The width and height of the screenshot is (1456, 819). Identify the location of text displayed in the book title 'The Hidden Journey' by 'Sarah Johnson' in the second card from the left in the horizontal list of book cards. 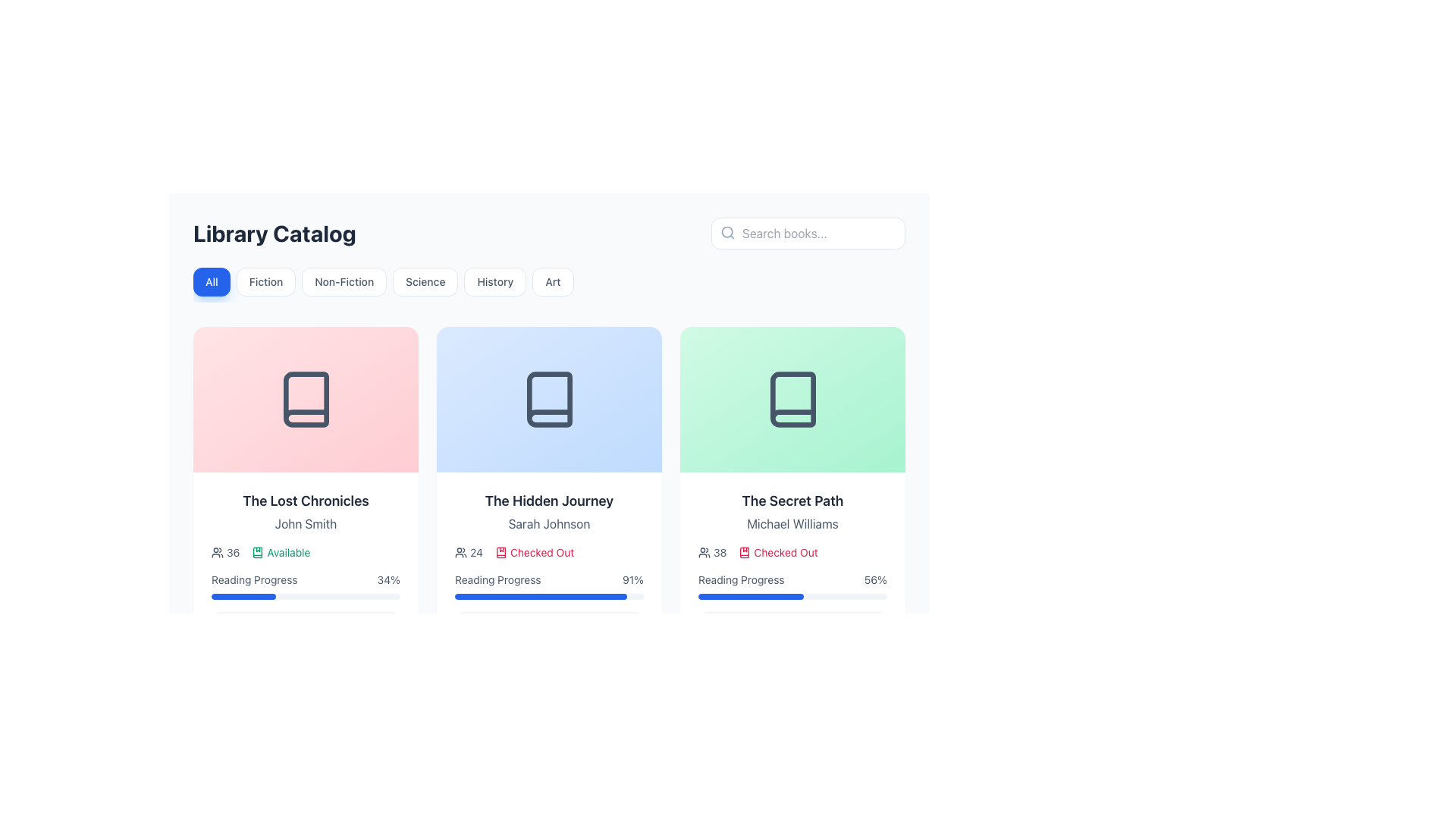
(548, 512).